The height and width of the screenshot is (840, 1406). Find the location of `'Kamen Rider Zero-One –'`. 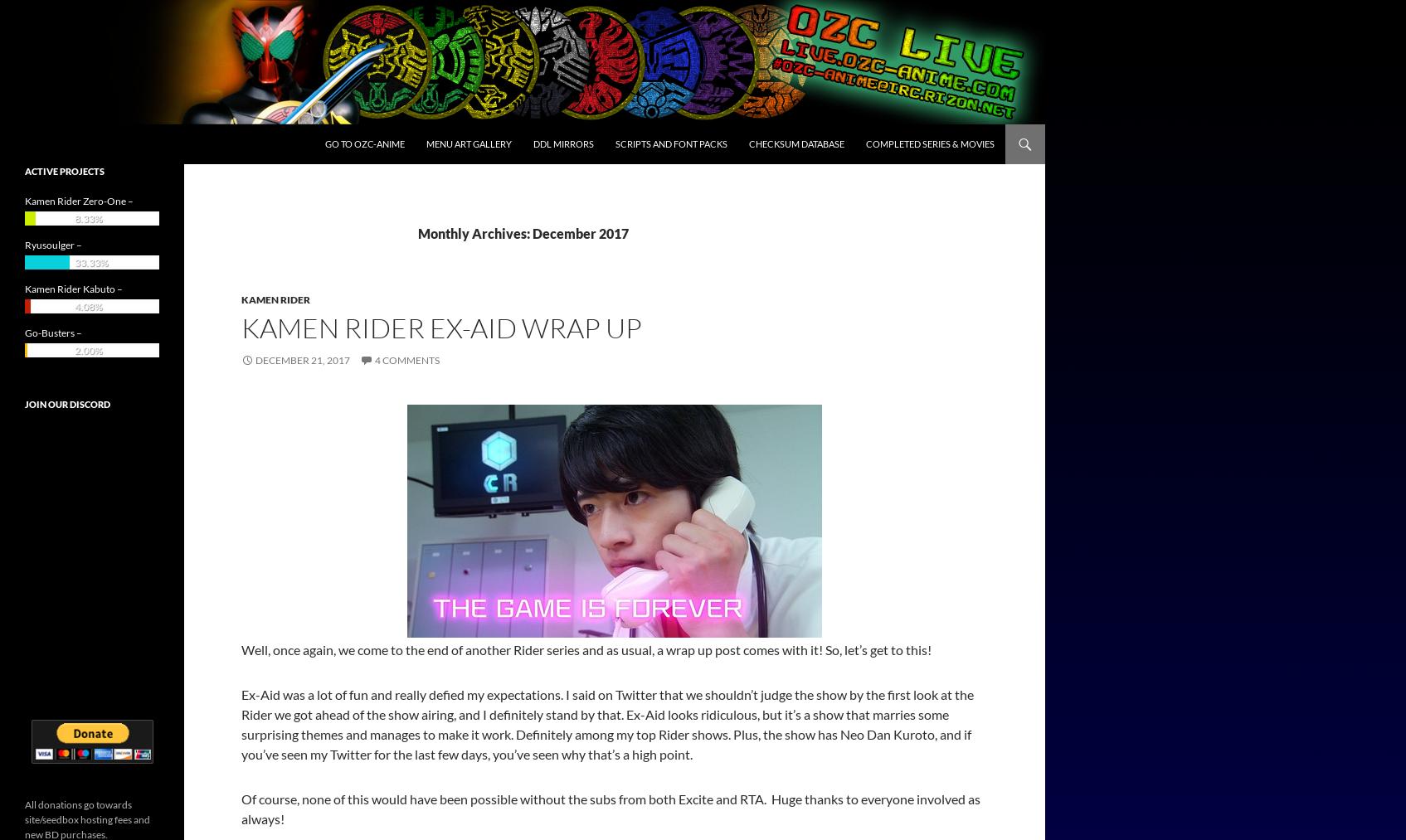

'Kamen Rider Zero-One –' is located at coordinates (78, 200).